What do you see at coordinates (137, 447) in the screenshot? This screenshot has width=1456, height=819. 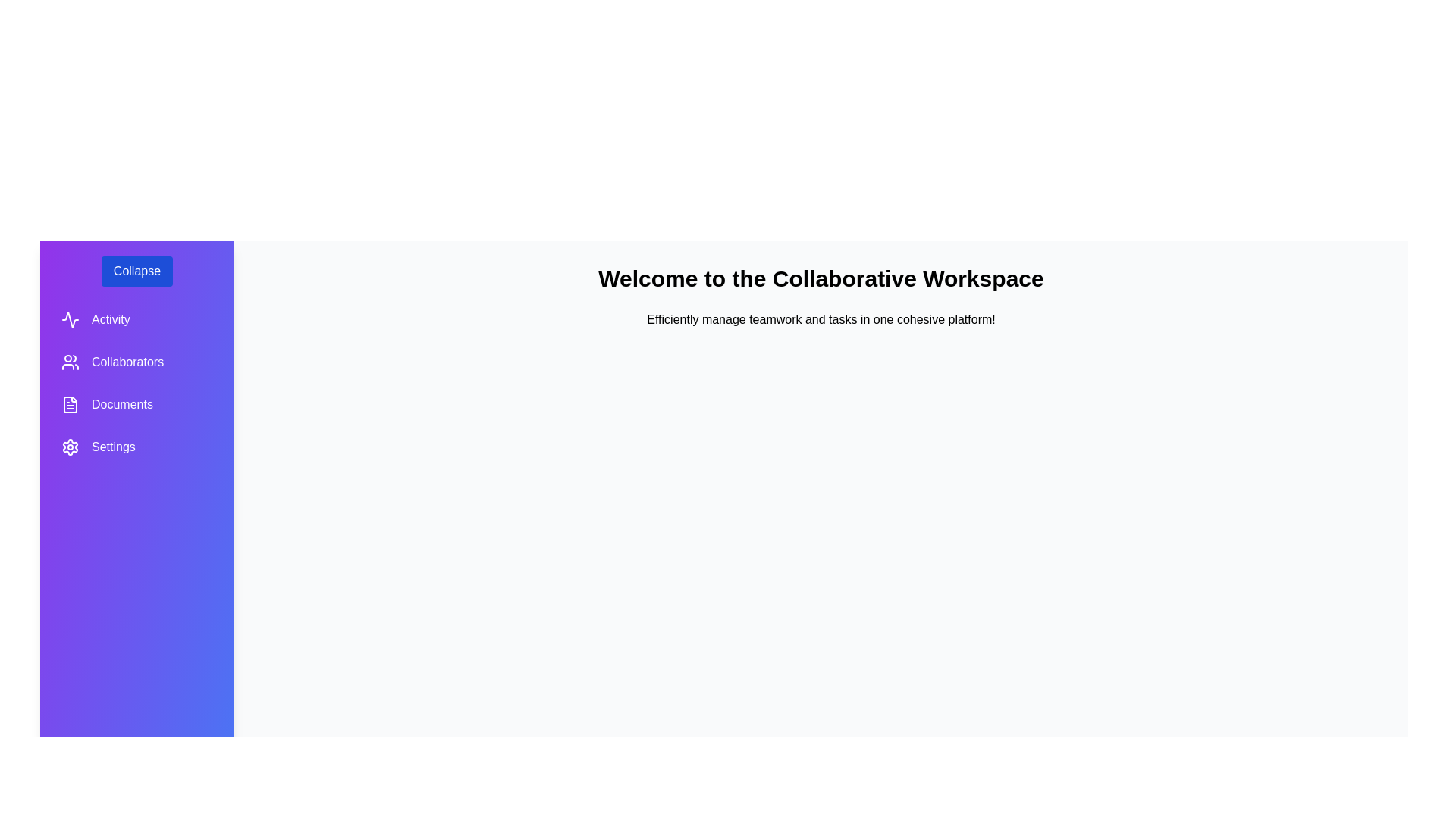 I see `the Settings section in the sidebar to navigate to it` at bounding box center [137, 447].